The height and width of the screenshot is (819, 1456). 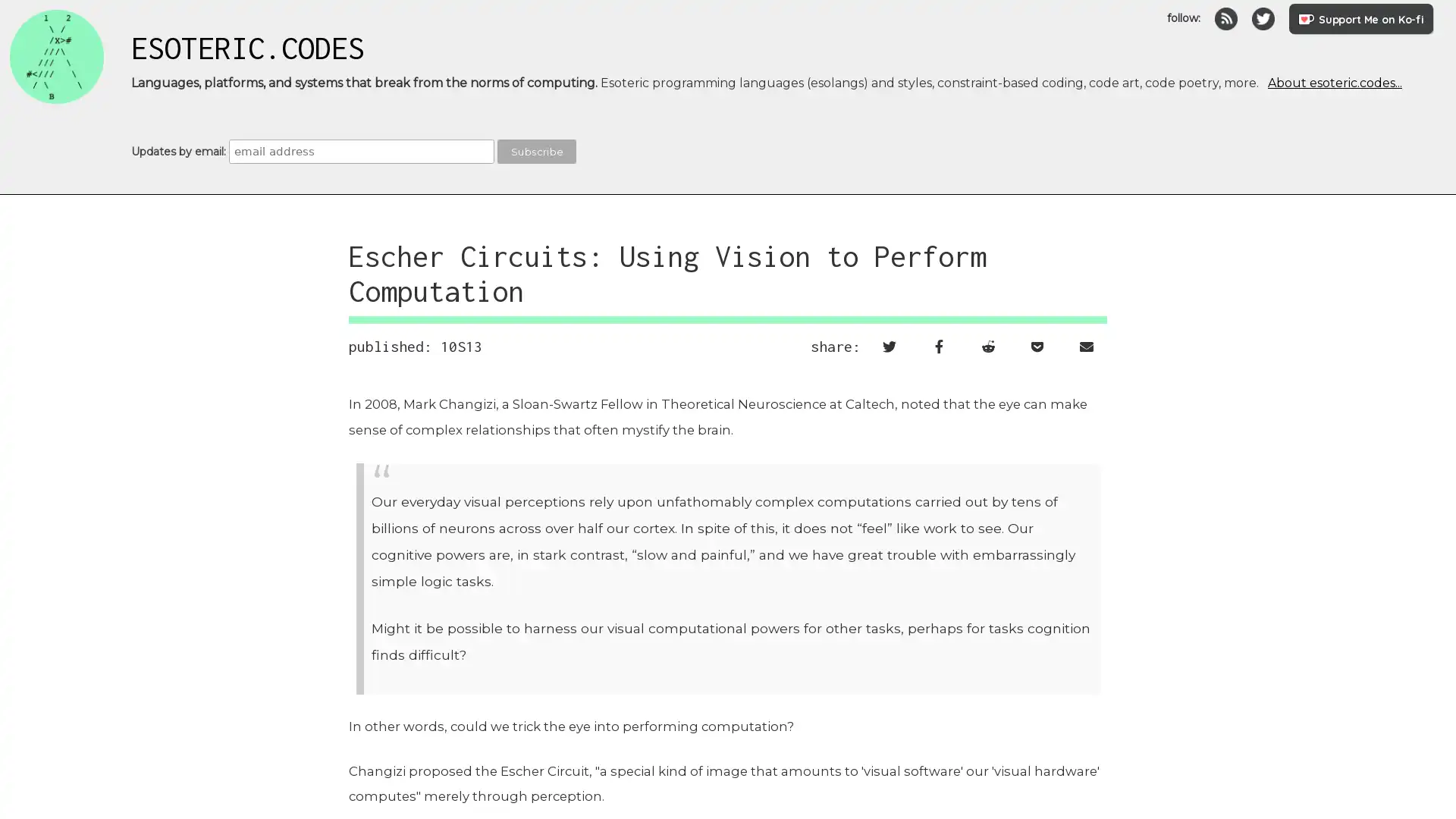 What do you see at coordinates (537, 151) in the screenshot?
I see `Subscribe` at bounding box center [537, 151].